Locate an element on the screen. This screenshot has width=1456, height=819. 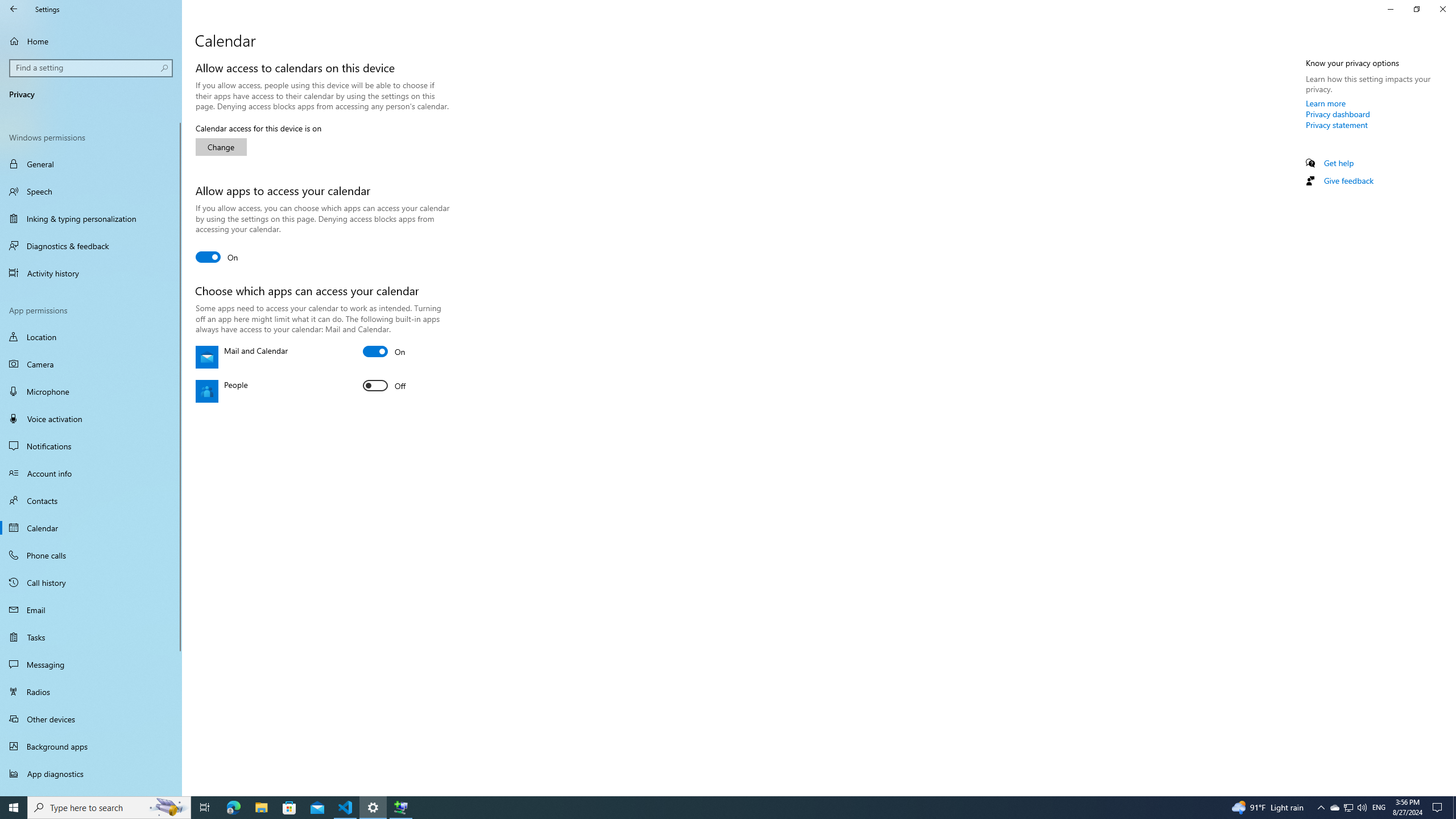
'General' is located at coordinates (90, 163).